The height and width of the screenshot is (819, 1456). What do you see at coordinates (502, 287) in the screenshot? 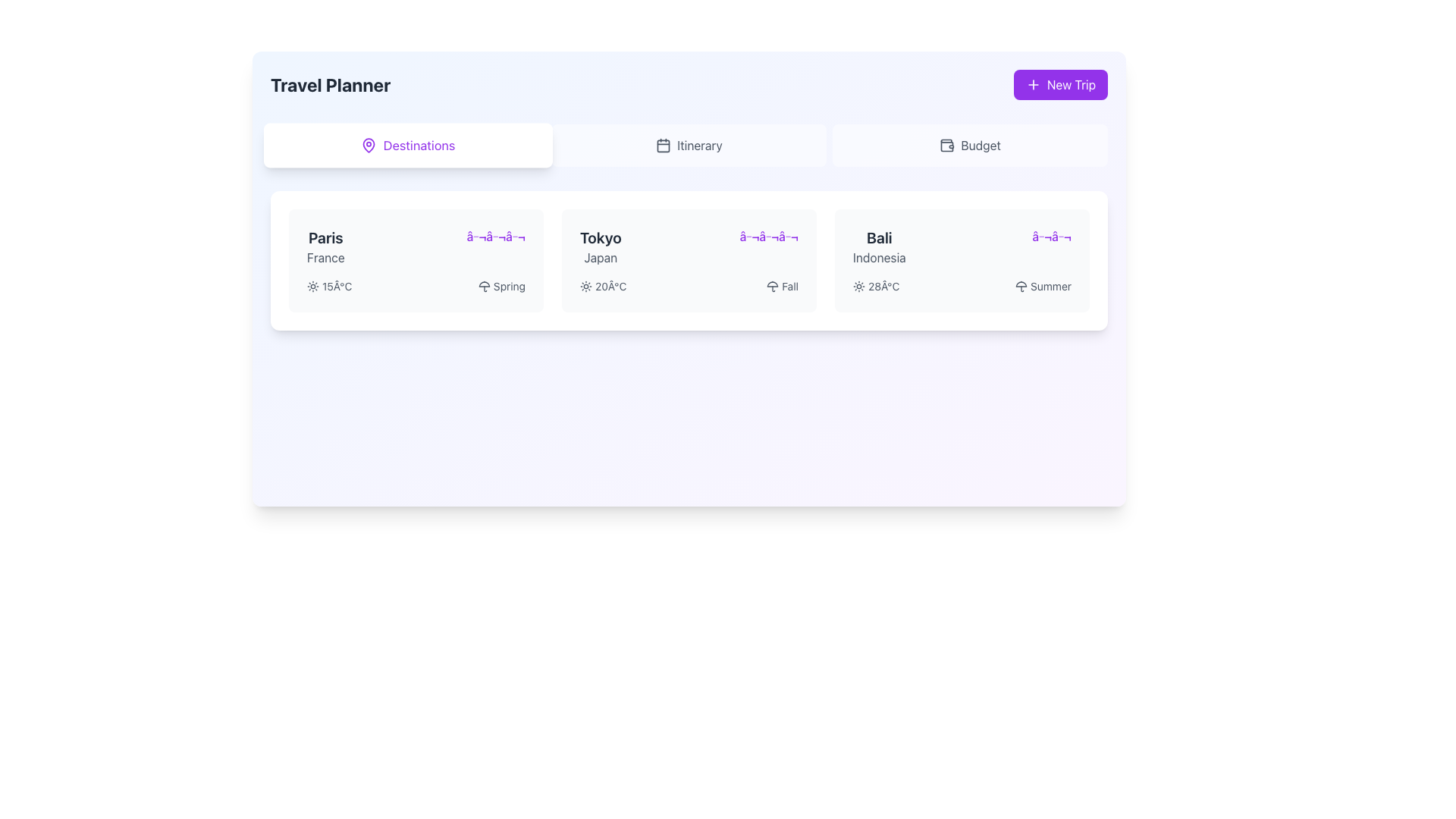
I see `the text and icon indicating the season for the travel destination 'Paris, France', located in the lower-right section of the card, adjacent to the temperature text '15Â°C'` at bounding box center [502, 287].